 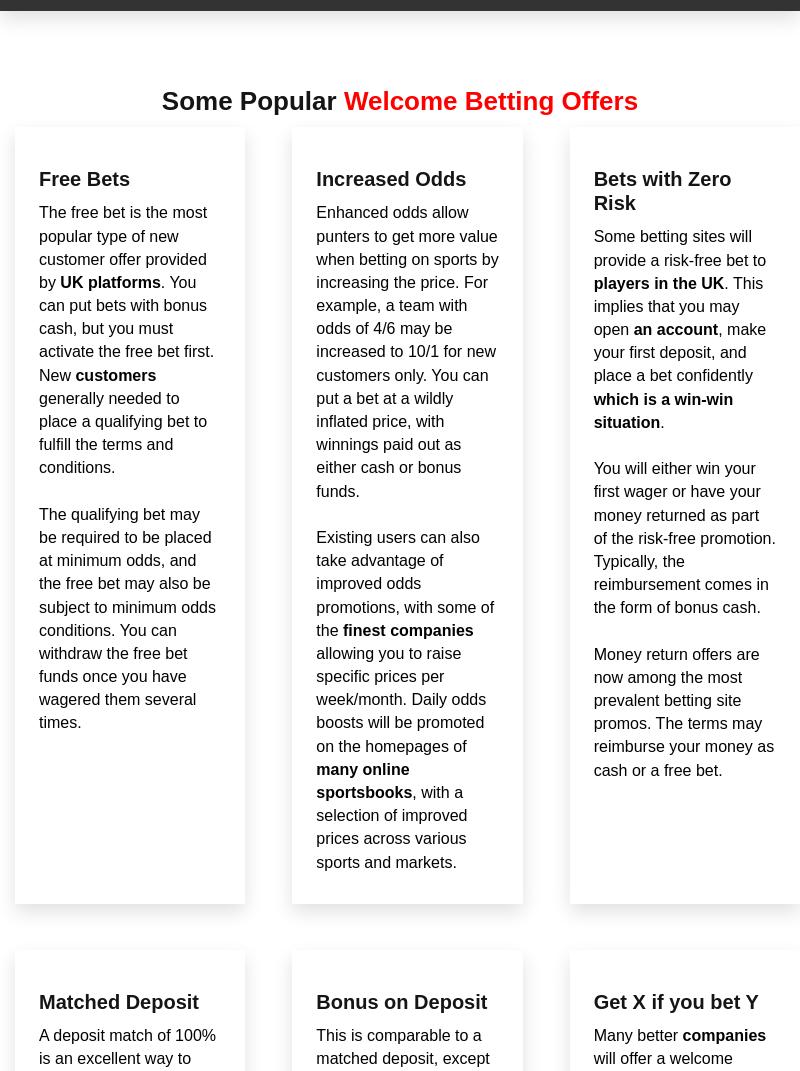 What do you see at coordinates (723, 1035) in the screenshot?
I see `'companies'` at bounding box center [723, 1035].